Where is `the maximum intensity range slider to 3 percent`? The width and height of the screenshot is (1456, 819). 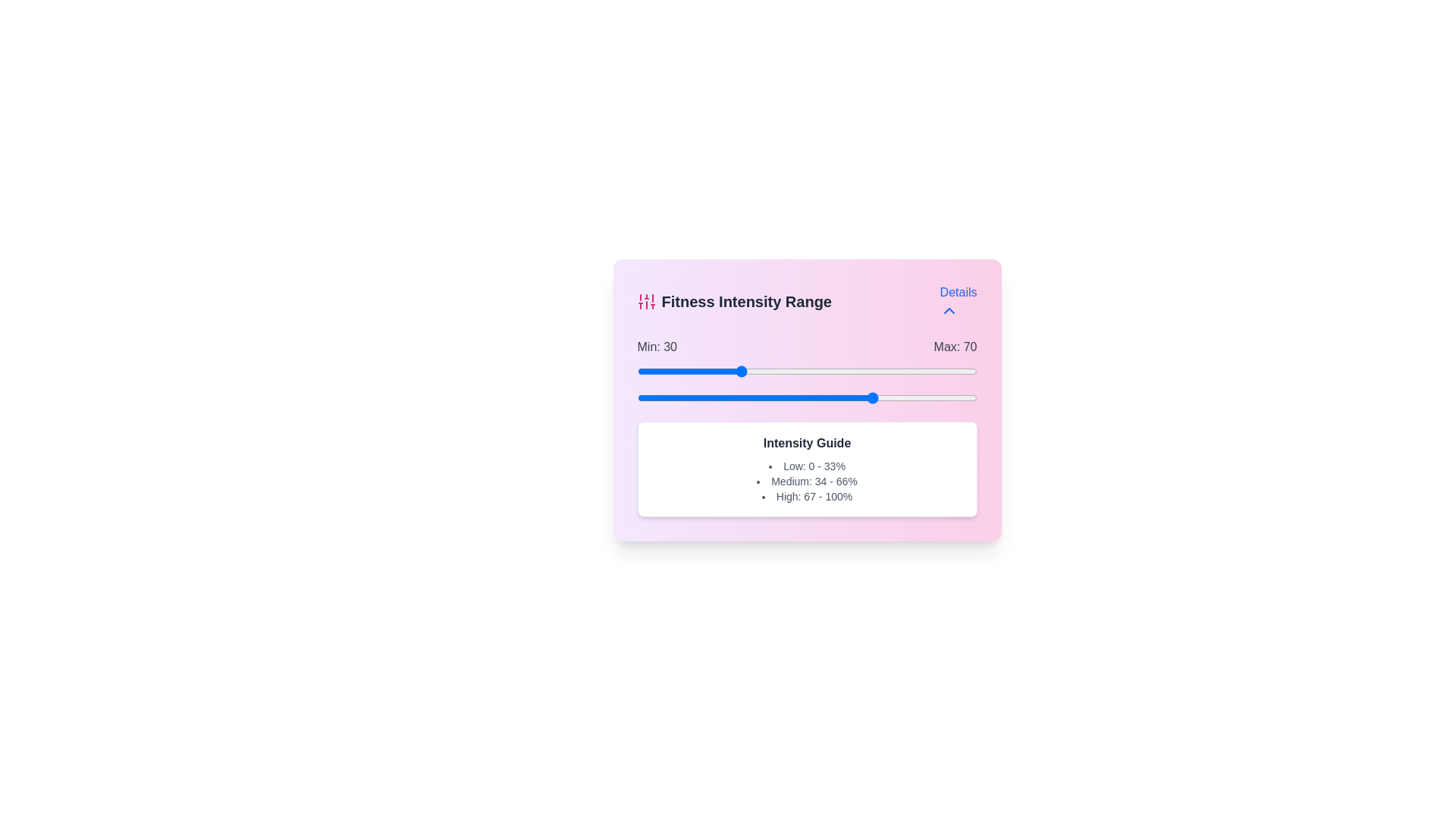 the maximum intensity range slider to 3 percent is located at coordinates (648, 397).